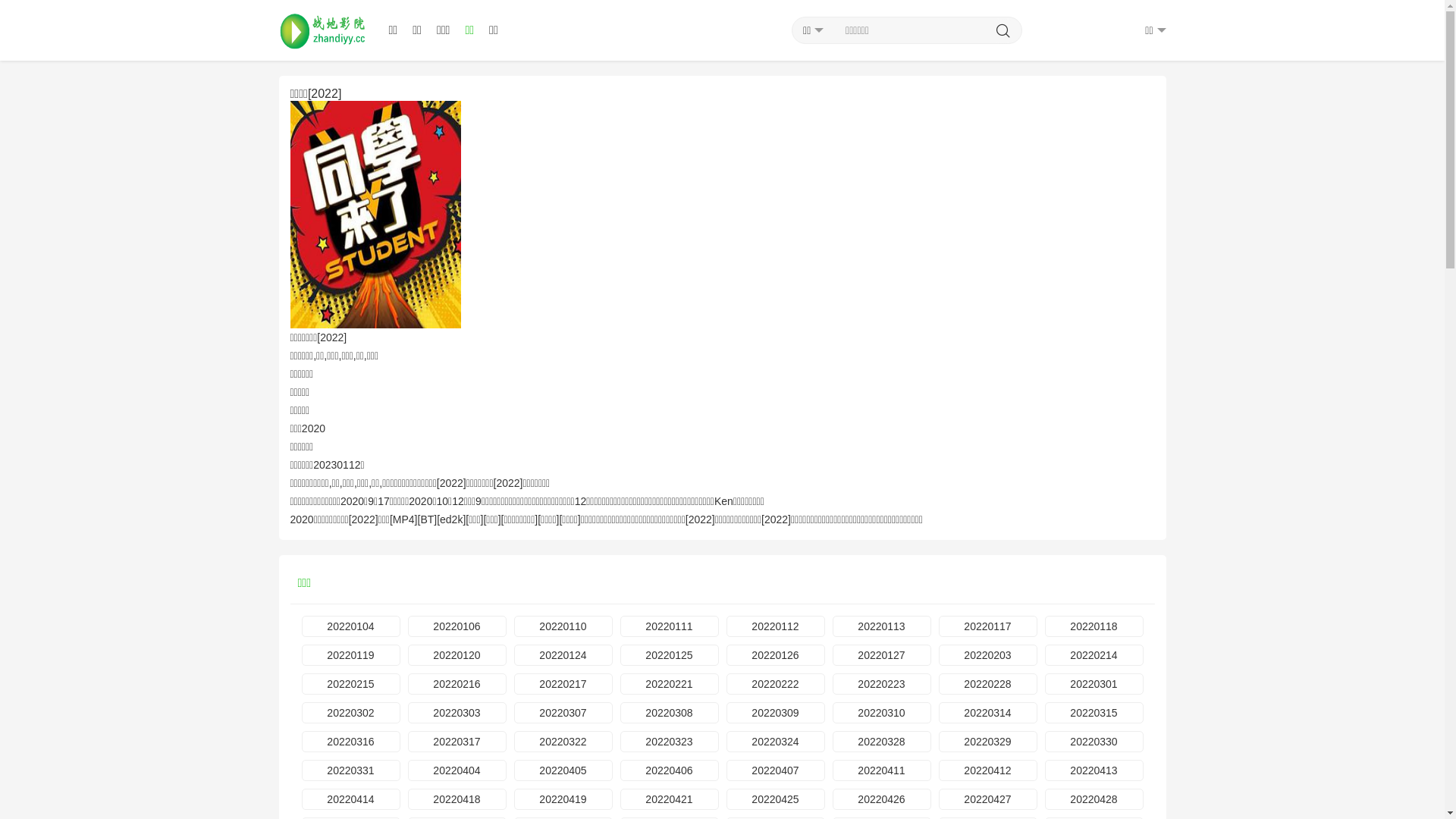 The height and width of the screenshot is (819, 1456). Describe the element at coordinates (563, 654) in the screenshot. I see `'20220124'` at that location.